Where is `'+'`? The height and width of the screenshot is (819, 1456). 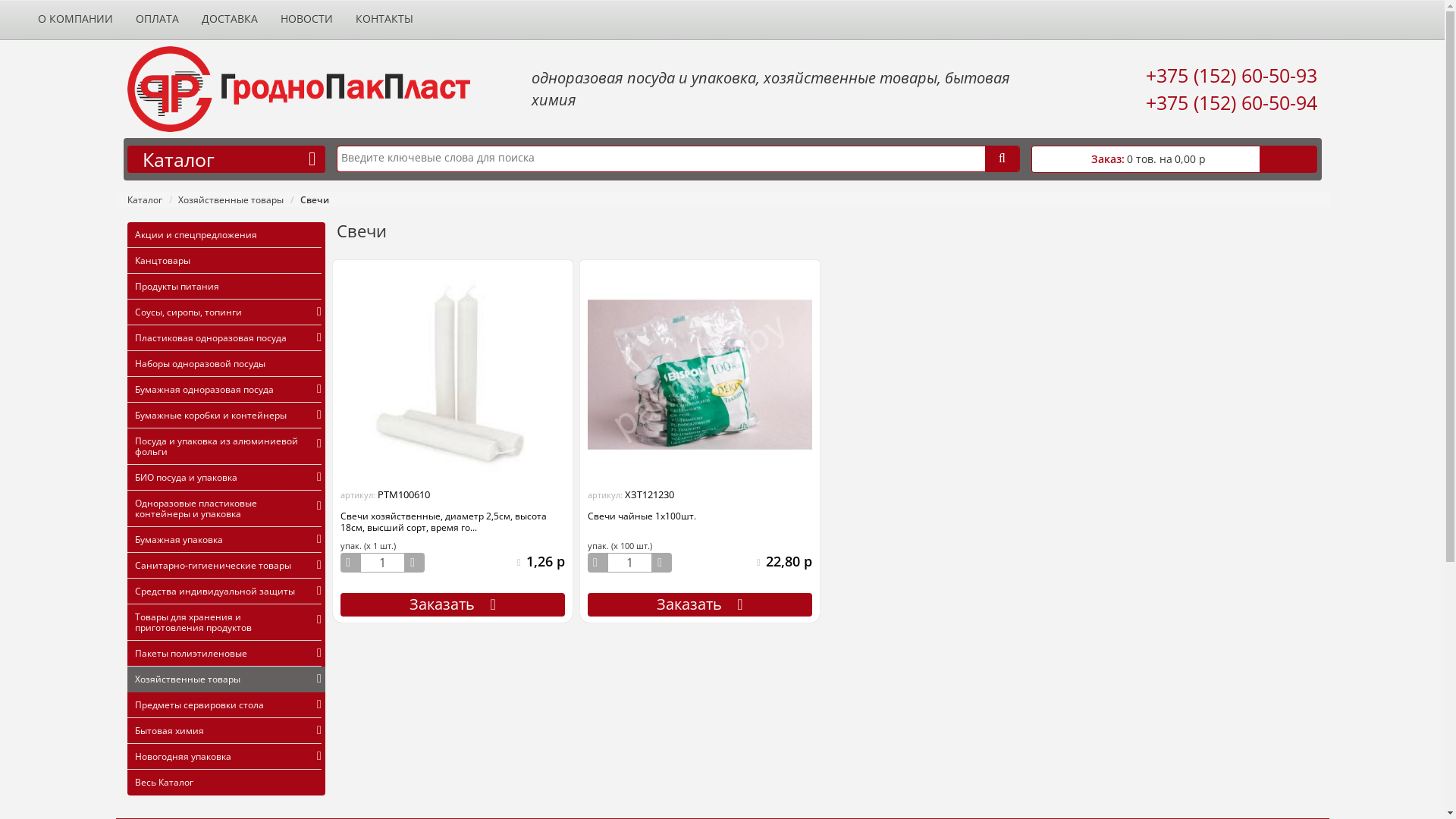 '+' is located at coordinates (415, 562).